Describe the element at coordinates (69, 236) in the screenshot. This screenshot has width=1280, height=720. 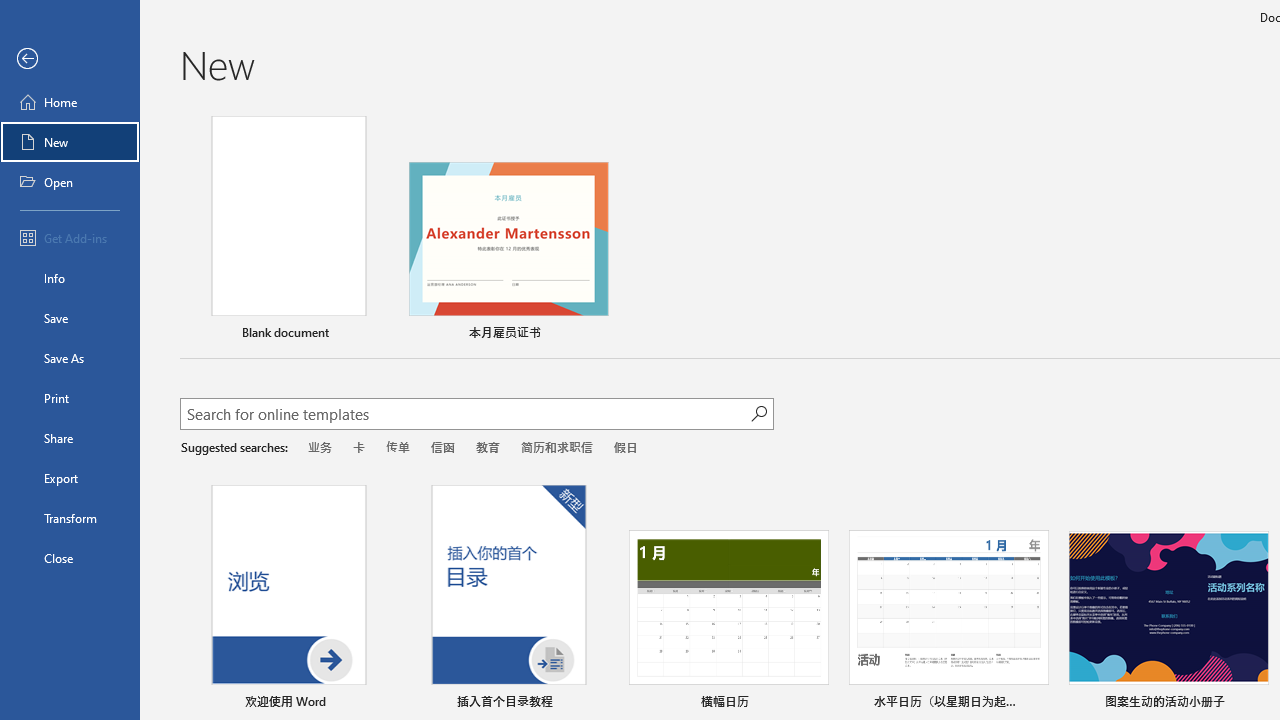
I see `'Get Add-ins'` at that location.